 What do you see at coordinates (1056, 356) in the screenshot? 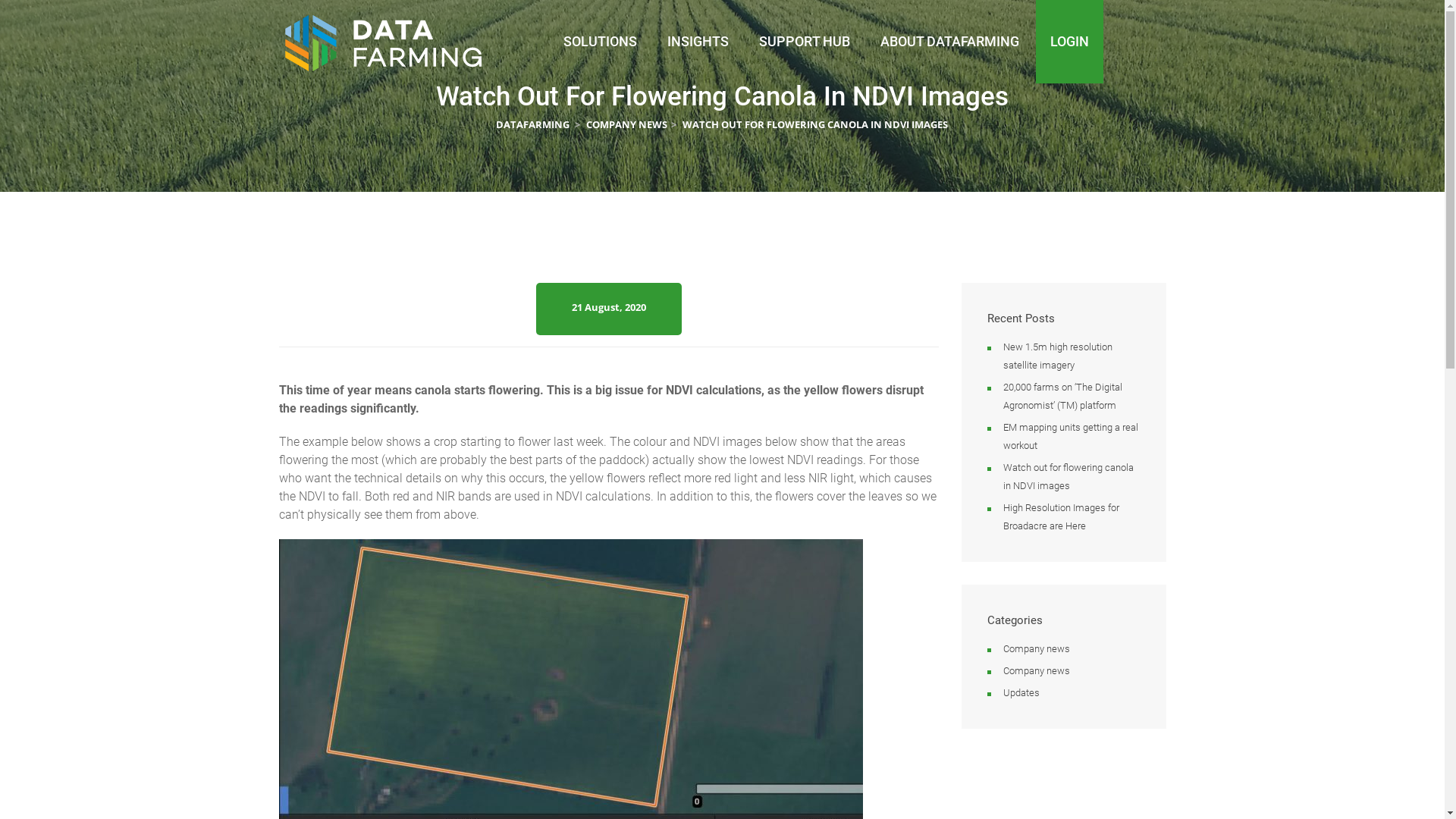
I see `'New 1.5m high resolution satellite imagery'` at bounding box center [1056, 356].